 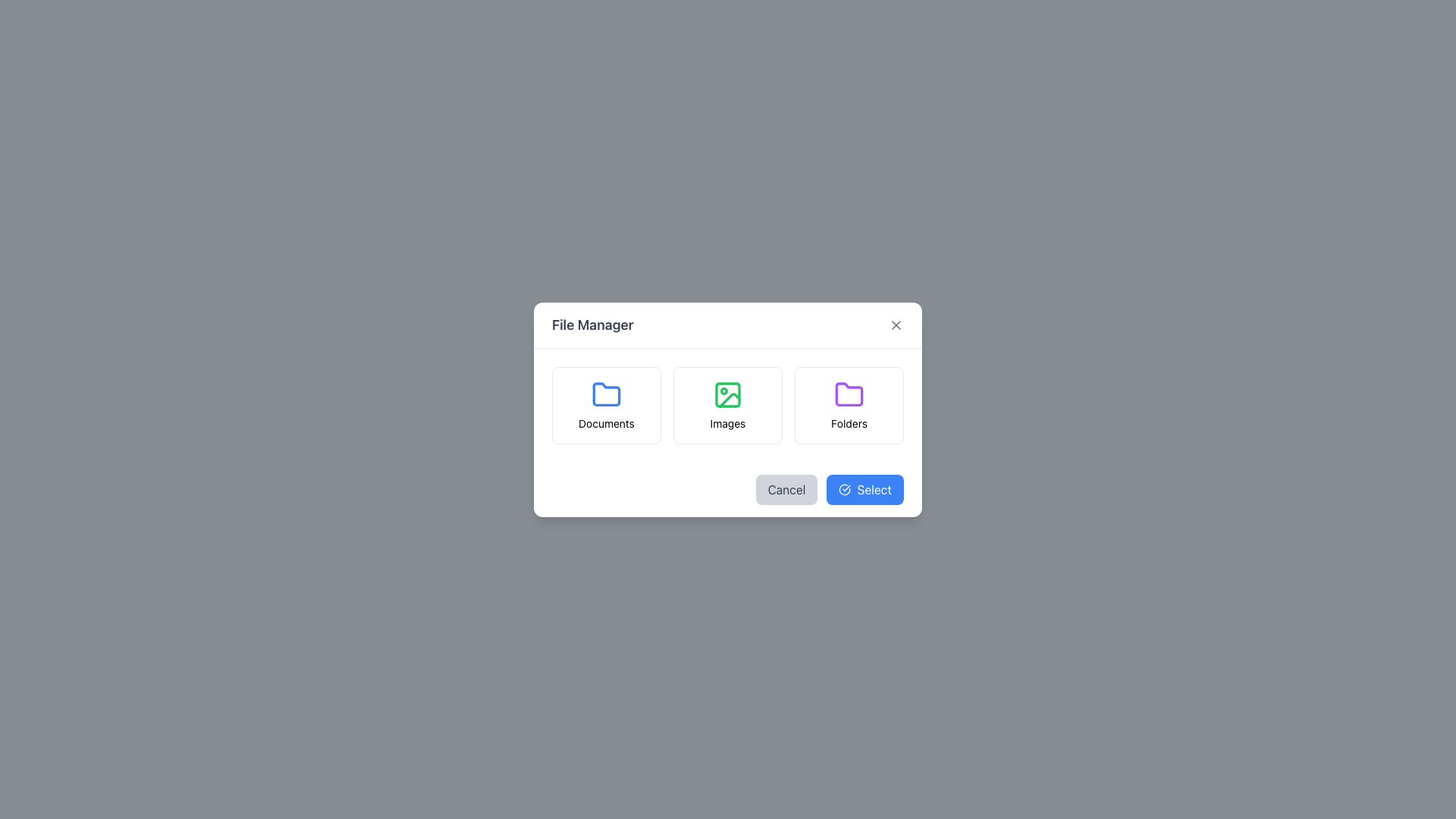 What do you see at coordinates (786, 489) in the screenshot?
I see `the cancel button located in the lower right section of the modal, positioned to the left of the 'Select' button` at bounding box center [786, 489].